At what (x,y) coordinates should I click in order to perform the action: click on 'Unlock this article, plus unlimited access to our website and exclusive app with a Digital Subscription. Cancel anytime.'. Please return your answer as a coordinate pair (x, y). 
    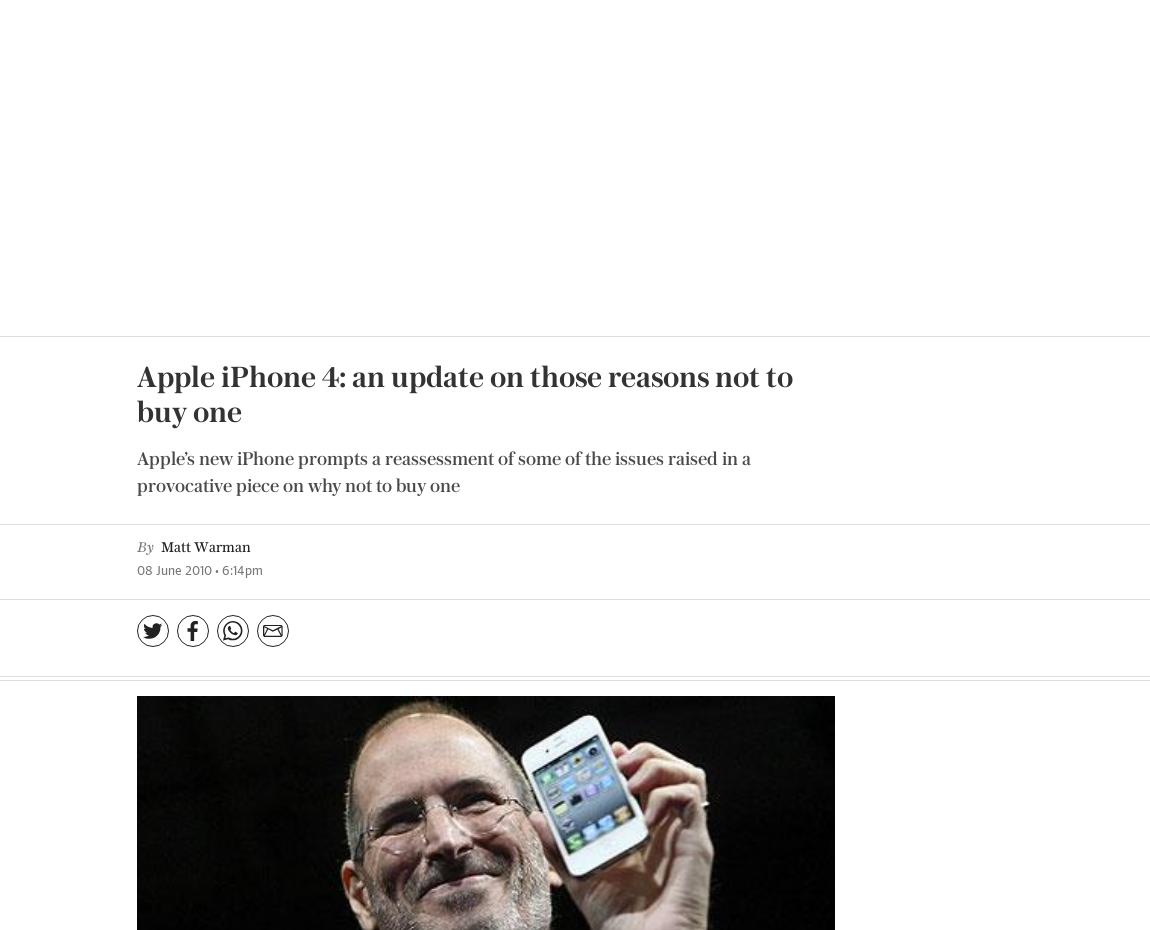
    Looking at the image, I should click on (574, 726).